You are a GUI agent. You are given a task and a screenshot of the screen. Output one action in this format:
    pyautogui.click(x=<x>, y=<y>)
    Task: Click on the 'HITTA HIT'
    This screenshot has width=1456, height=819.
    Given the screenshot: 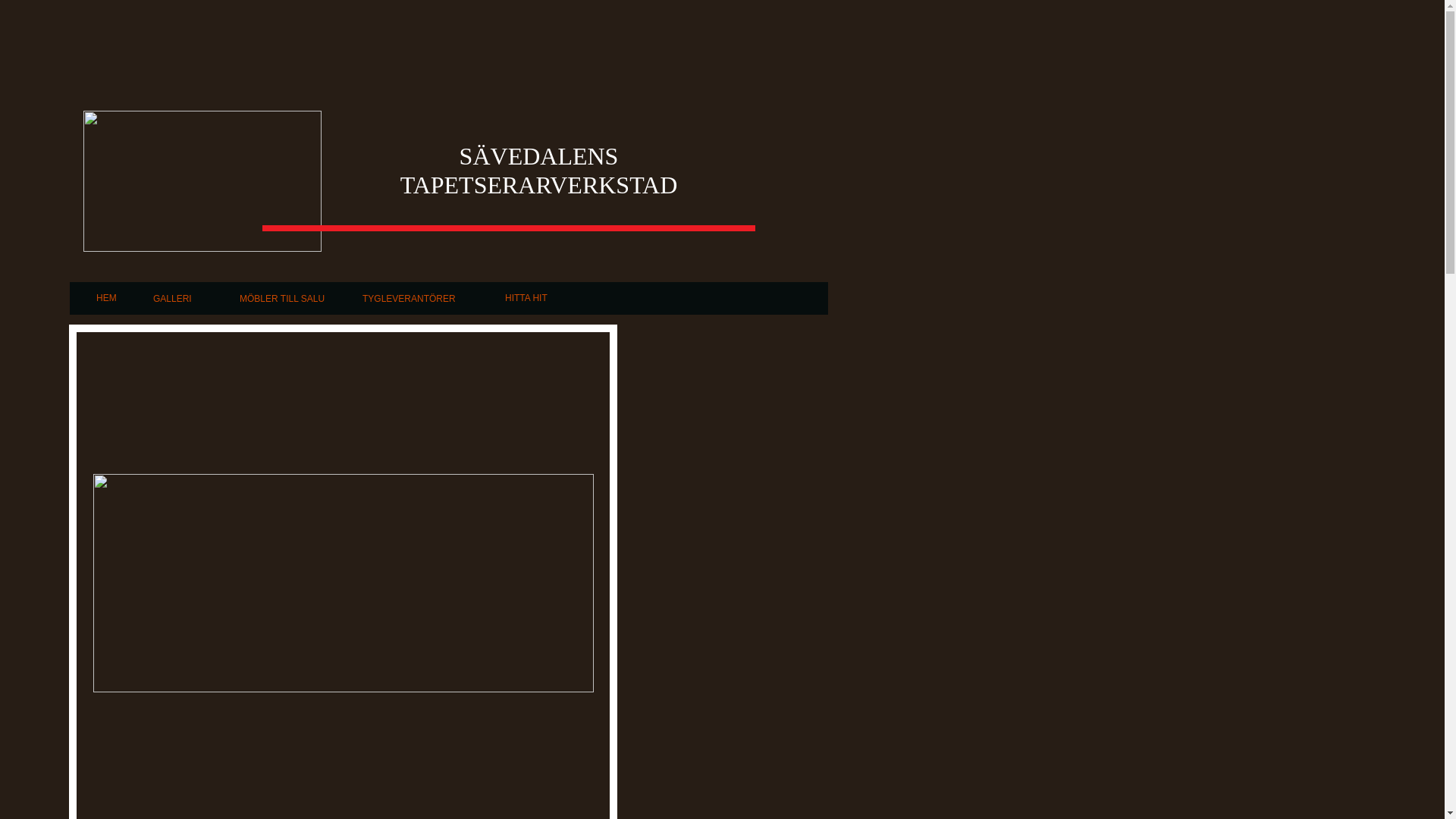 What is the action you would take?
    pyautogui.click(x=526, y=298)
    